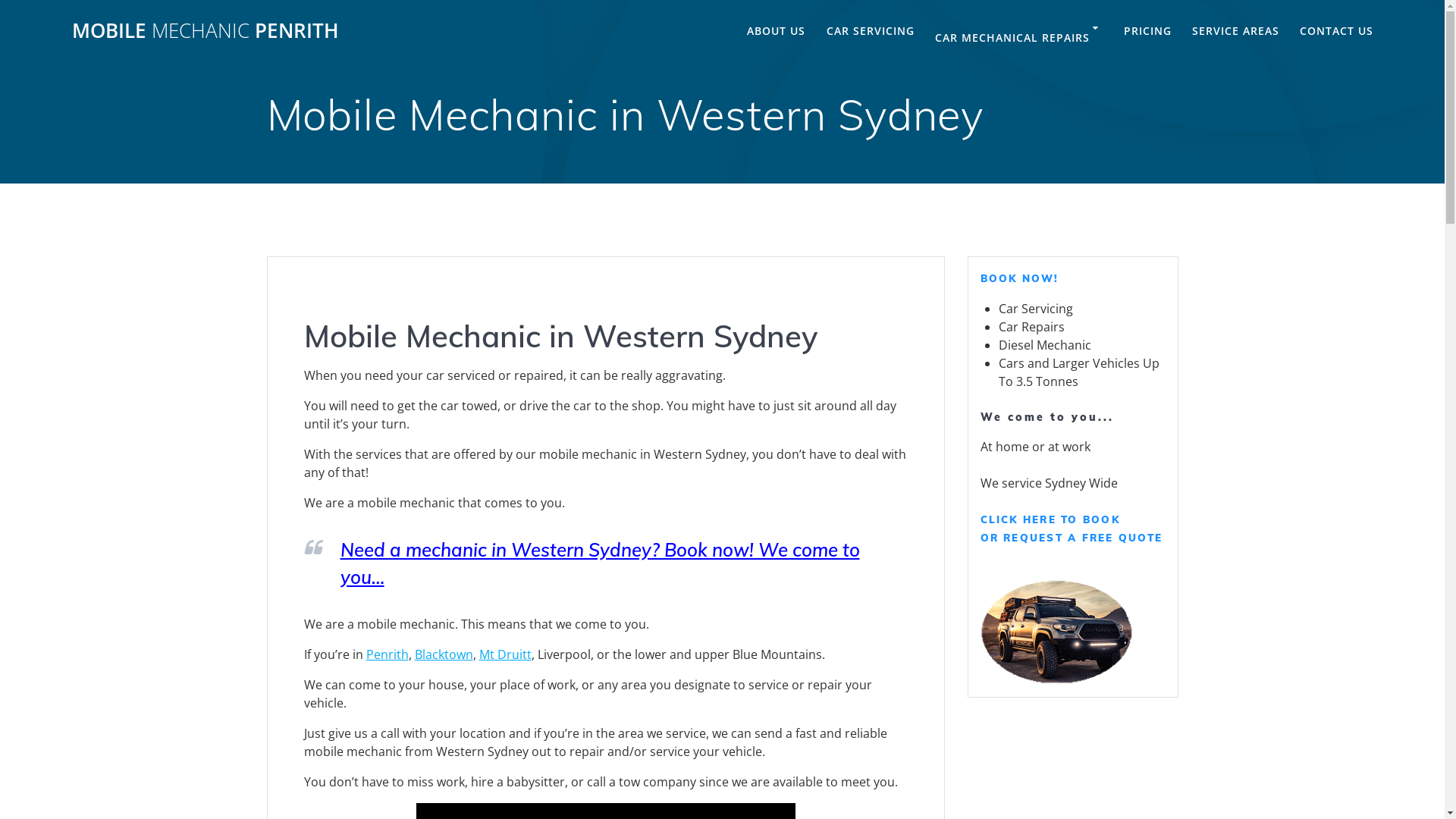 The width and height of the screenshot is (1456, 819). Describe the element at coordinates (1235, 31) in the screenshot. I see `'SERVICE AREAS'` at that location.